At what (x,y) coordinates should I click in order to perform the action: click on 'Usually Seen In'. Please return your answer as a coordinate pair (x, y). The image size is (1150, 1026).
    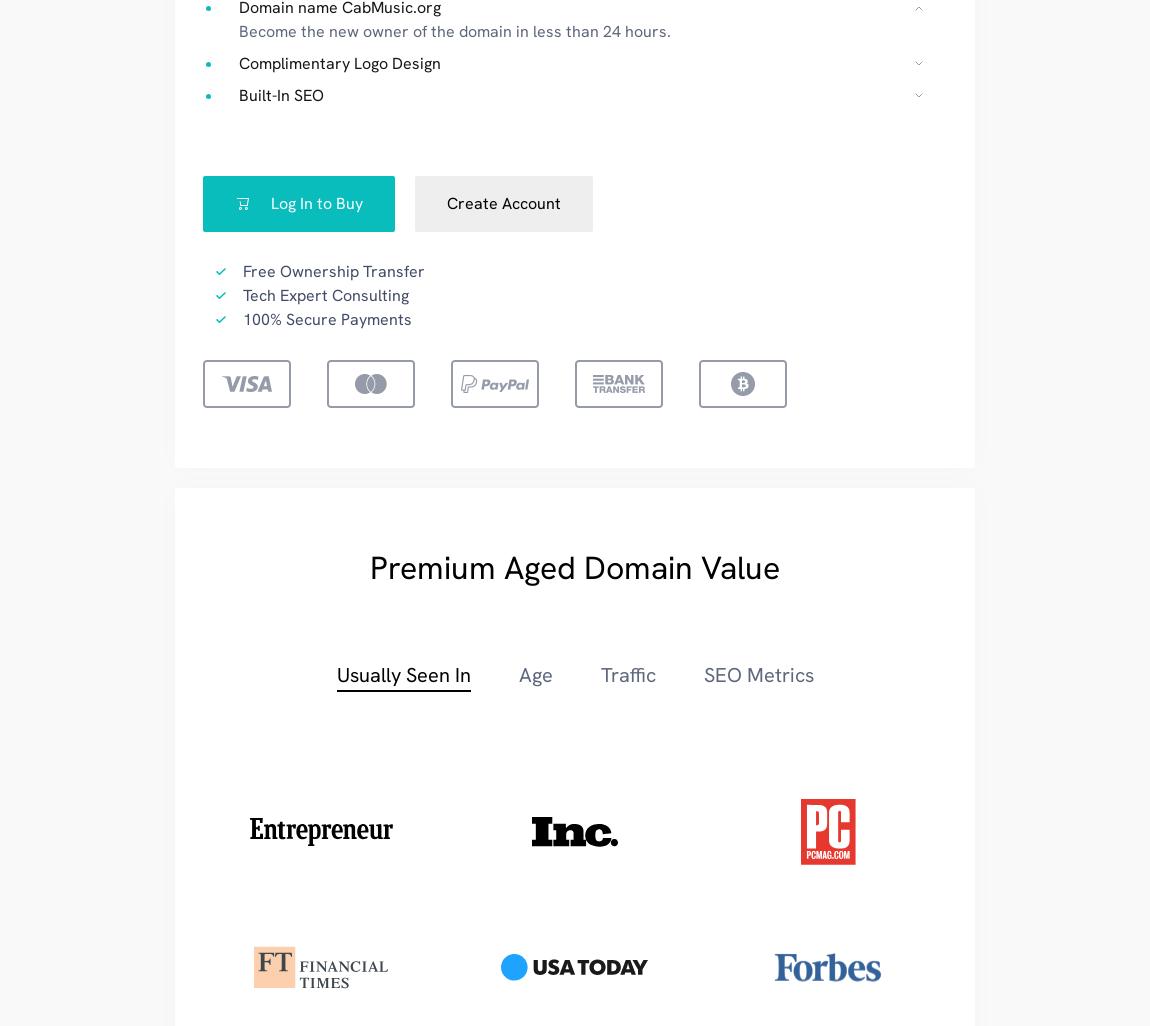
    Looking at the image, I should click on (402, 672).